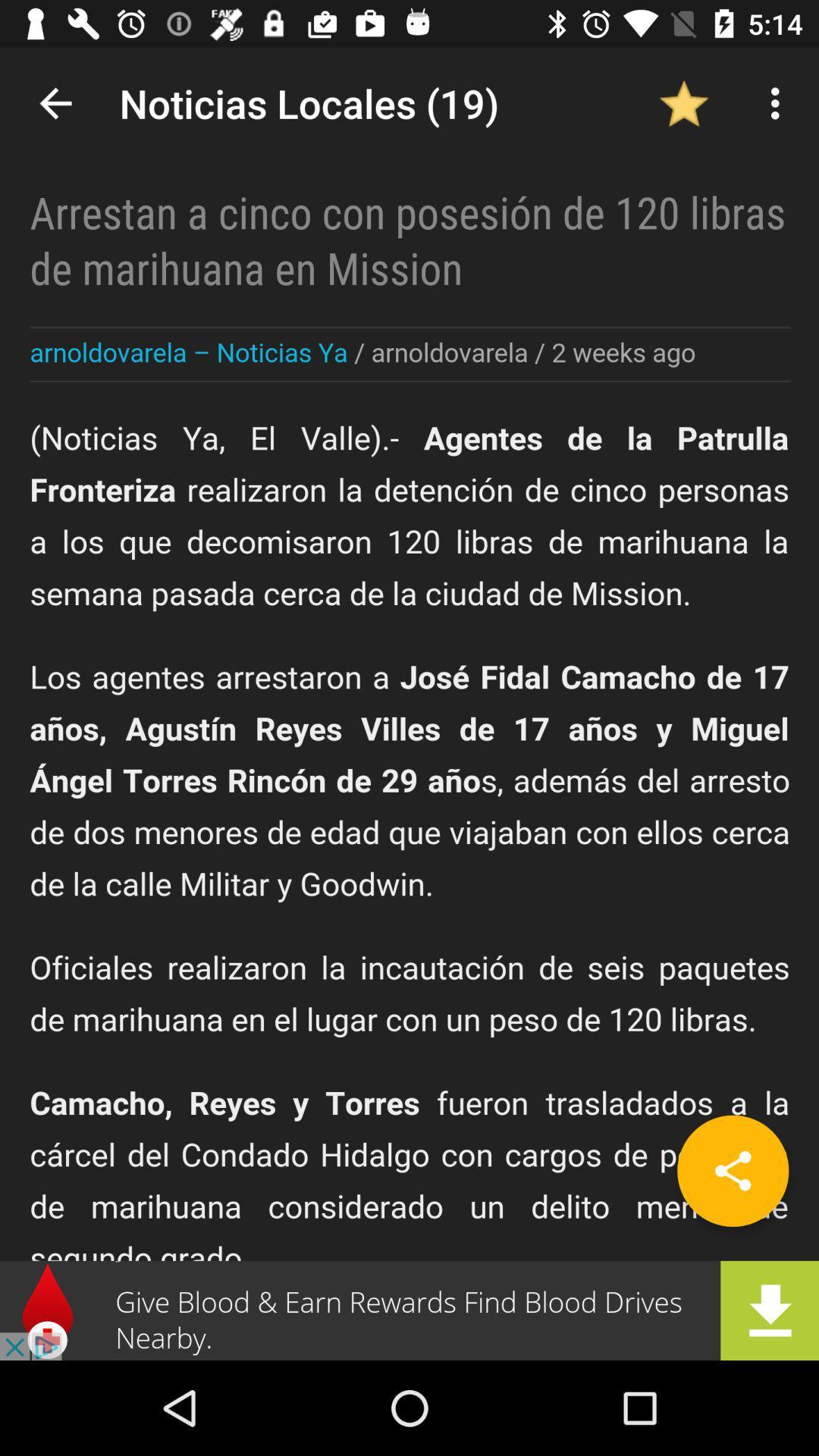 Image resolution: width=819 pixels, height=1456 pixels. What do you see at coordinates (409, 1310) in the screenshot?
I see `advertisement banner` at bounding box center [409, 1310].